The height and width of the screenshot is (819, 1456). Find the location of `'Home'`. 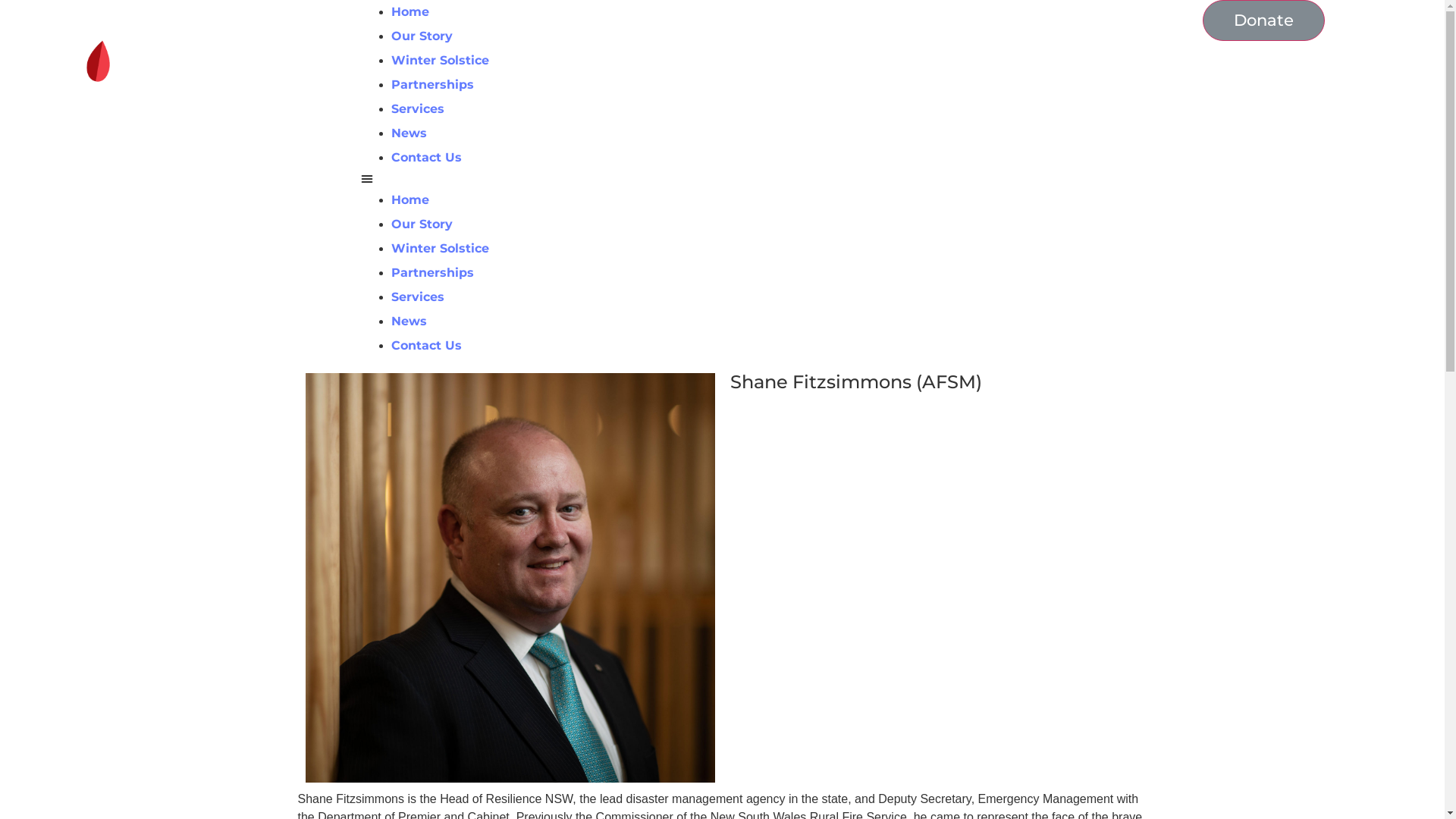

'Home' is located at coordinates (410, 11).